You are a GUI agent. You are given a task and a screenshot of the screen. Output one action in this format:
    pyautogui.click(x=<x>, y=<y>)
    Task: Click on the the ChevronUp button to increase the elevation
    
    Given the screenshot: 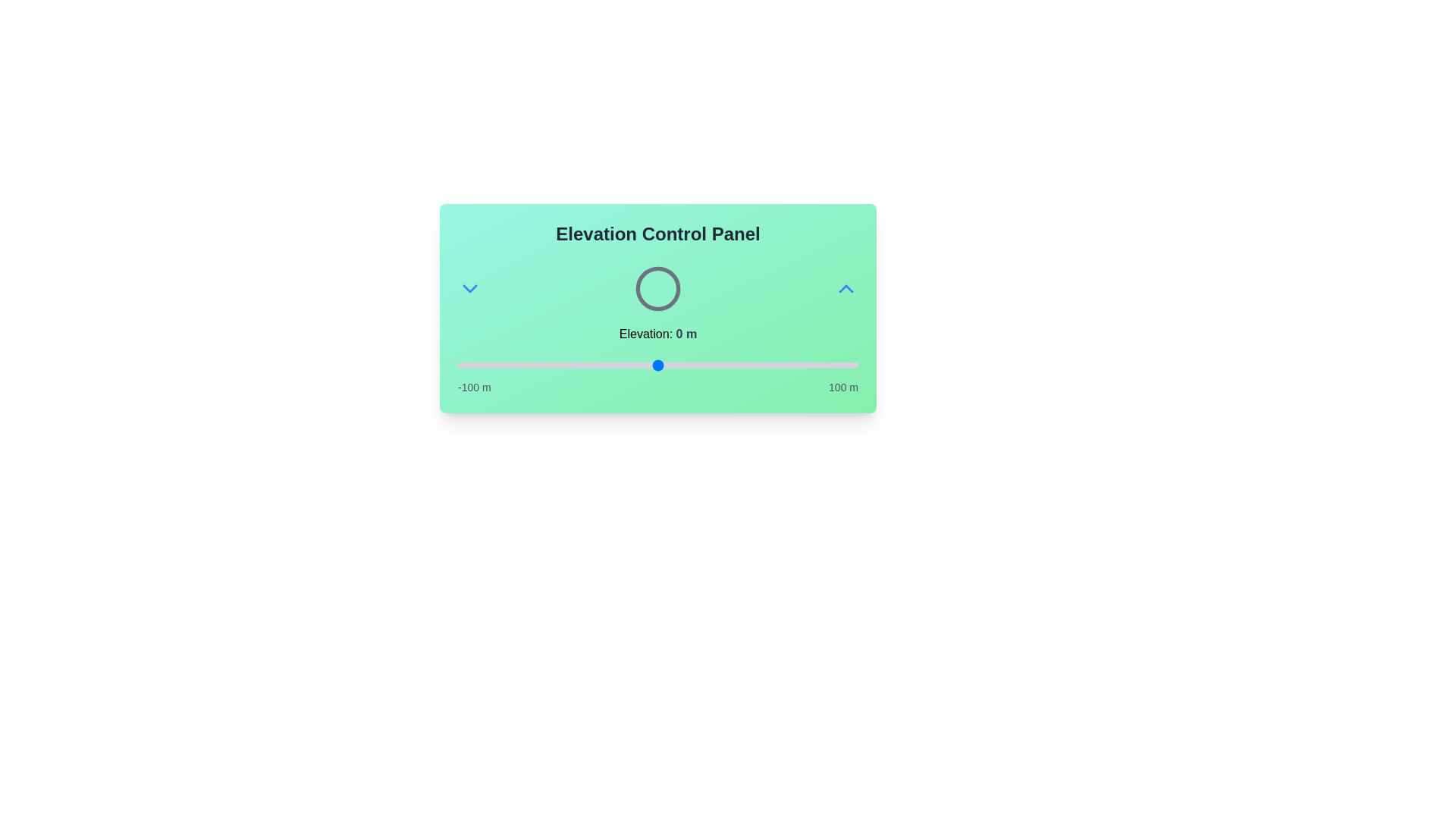 What is the action you would take?
    pyautogui.click(x=846, y=289)
    